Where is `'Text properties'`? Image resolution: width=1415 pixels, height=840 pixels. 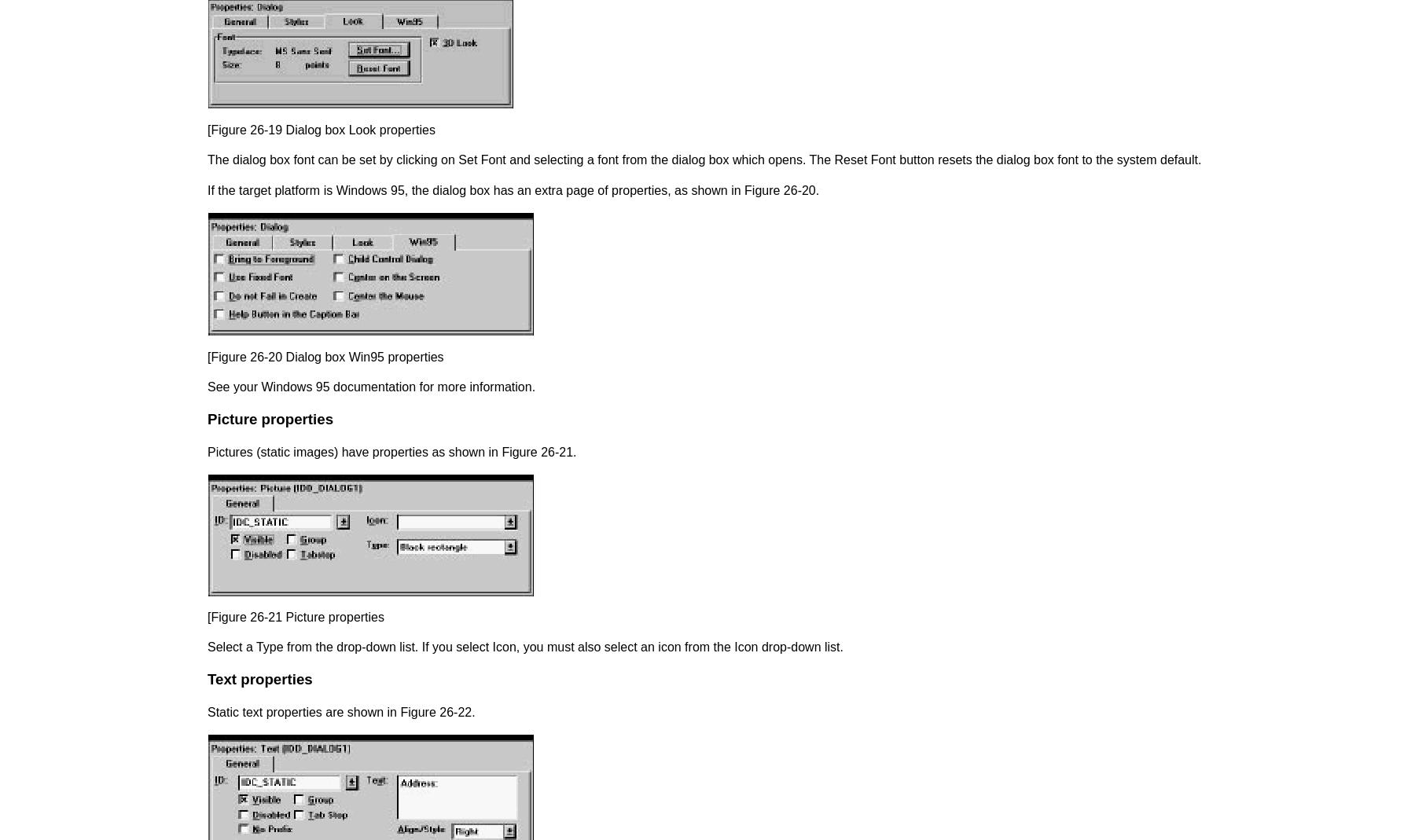 'Text properties' is located at coordinates (259, 678).